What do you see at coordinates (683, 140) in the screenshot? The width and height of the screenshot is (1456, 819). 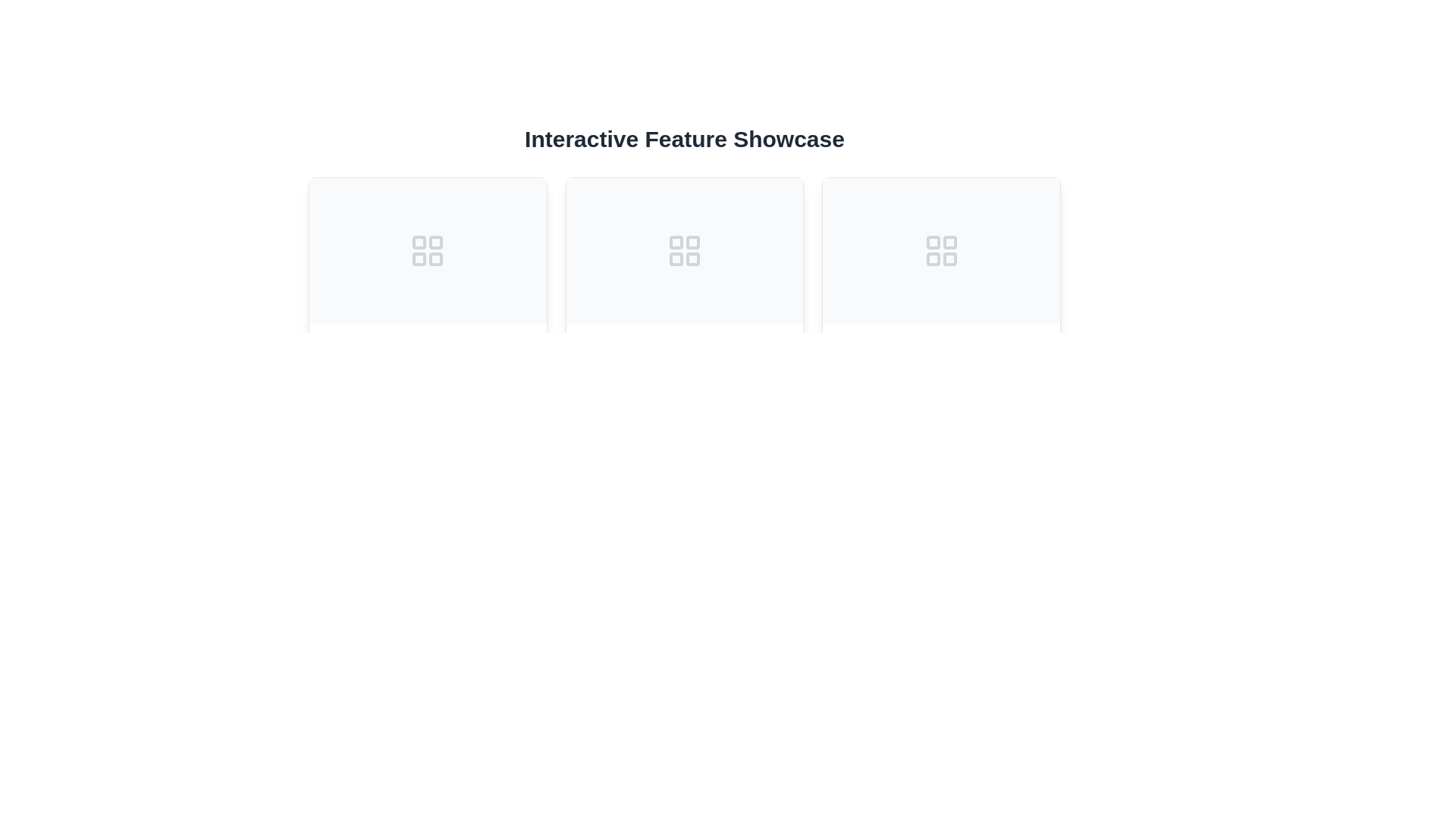 I see `the static text header displaying 'Interactive Feature Showcase', which is a bold, large-sized title in dark gray font located at the top of the content area` at bounding box center [683, 140].